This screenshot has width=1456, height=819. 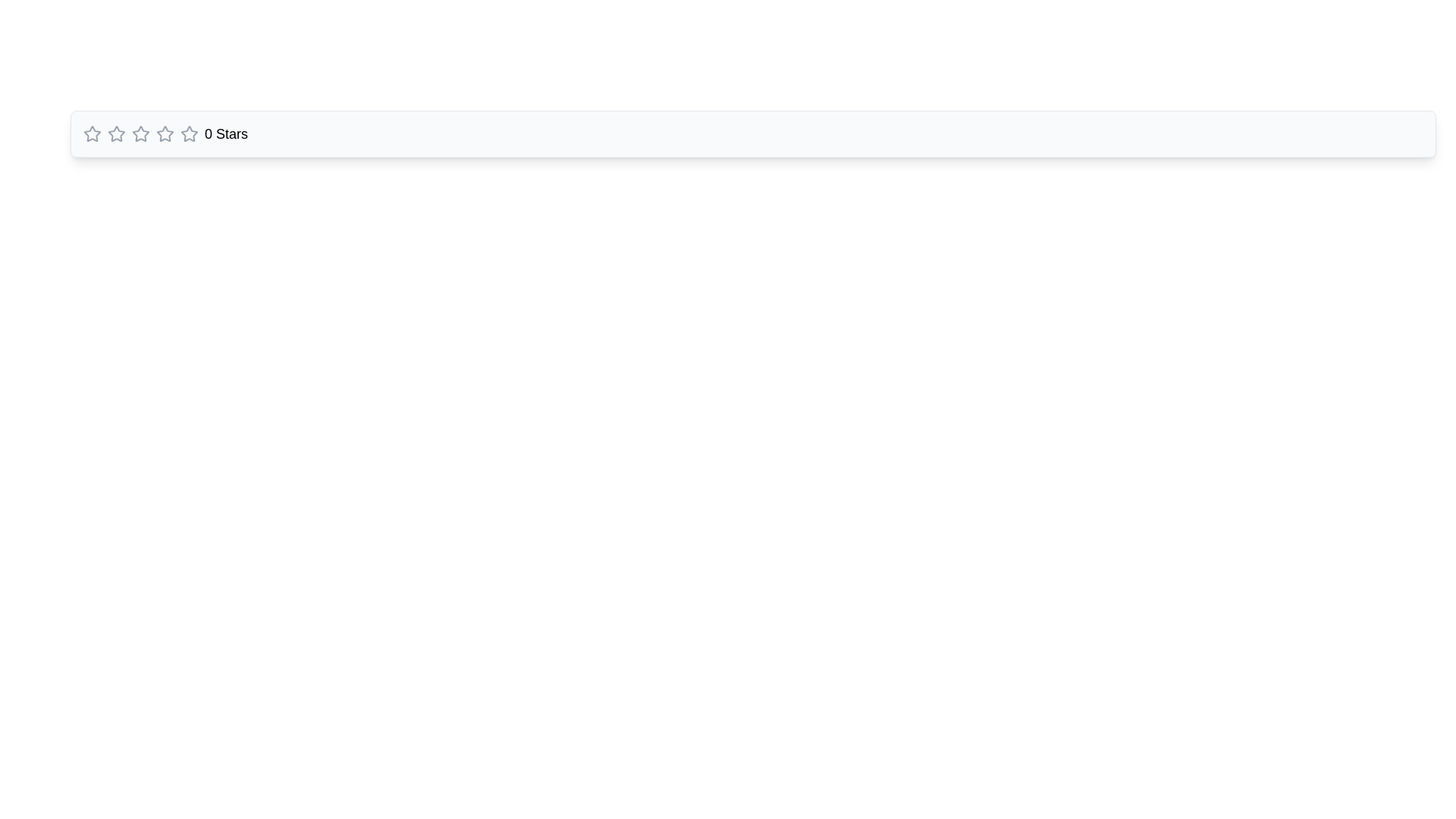 What do you see at coordinates (115, 133) in the screenshot?
I see `the second star icon in the star-rating UI component` at bounding box center [115, 133].